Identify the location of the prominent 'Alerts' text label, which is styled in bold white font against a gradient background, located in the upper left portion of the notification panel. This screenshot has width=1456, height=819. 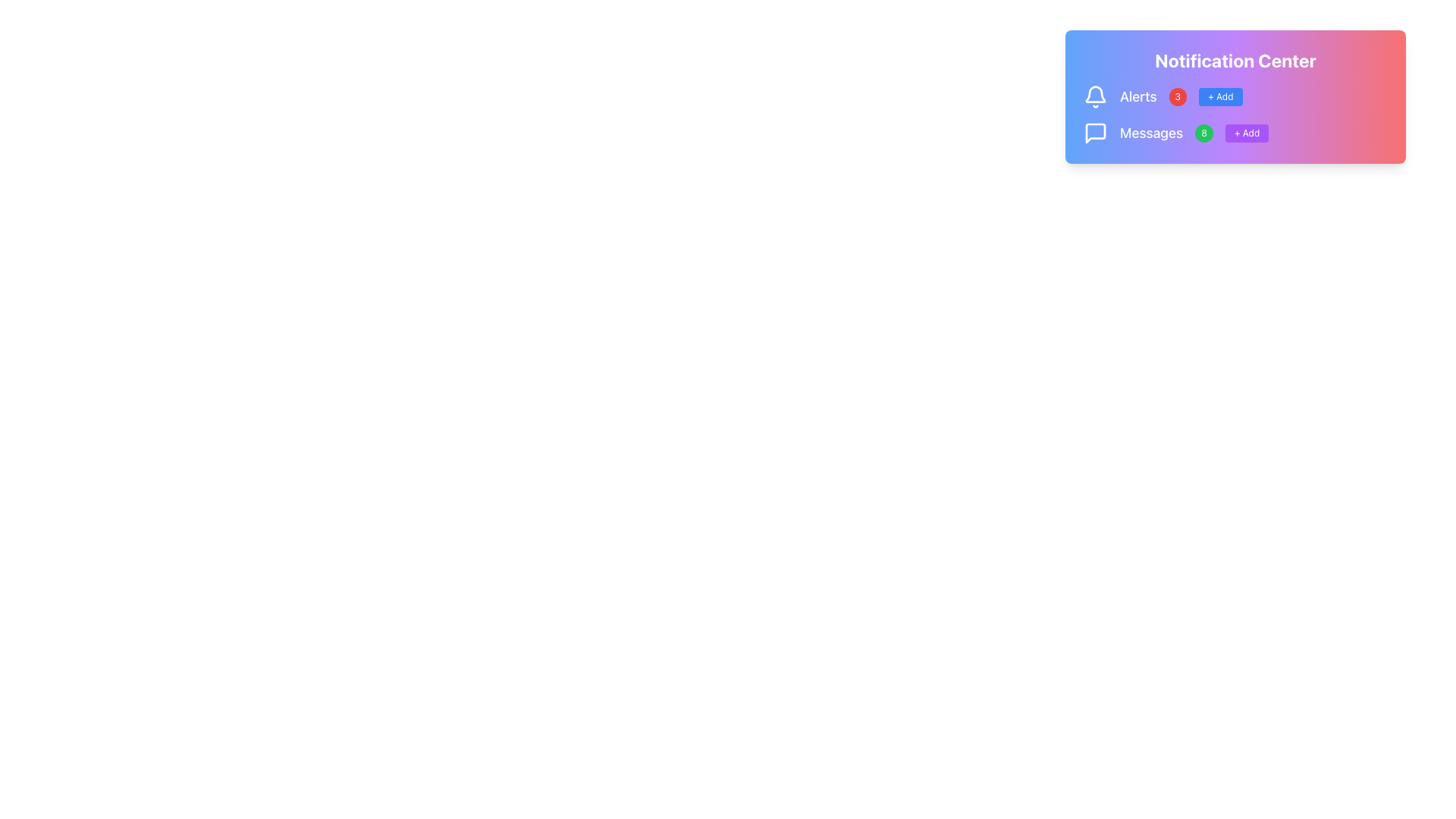
(1138, 96).